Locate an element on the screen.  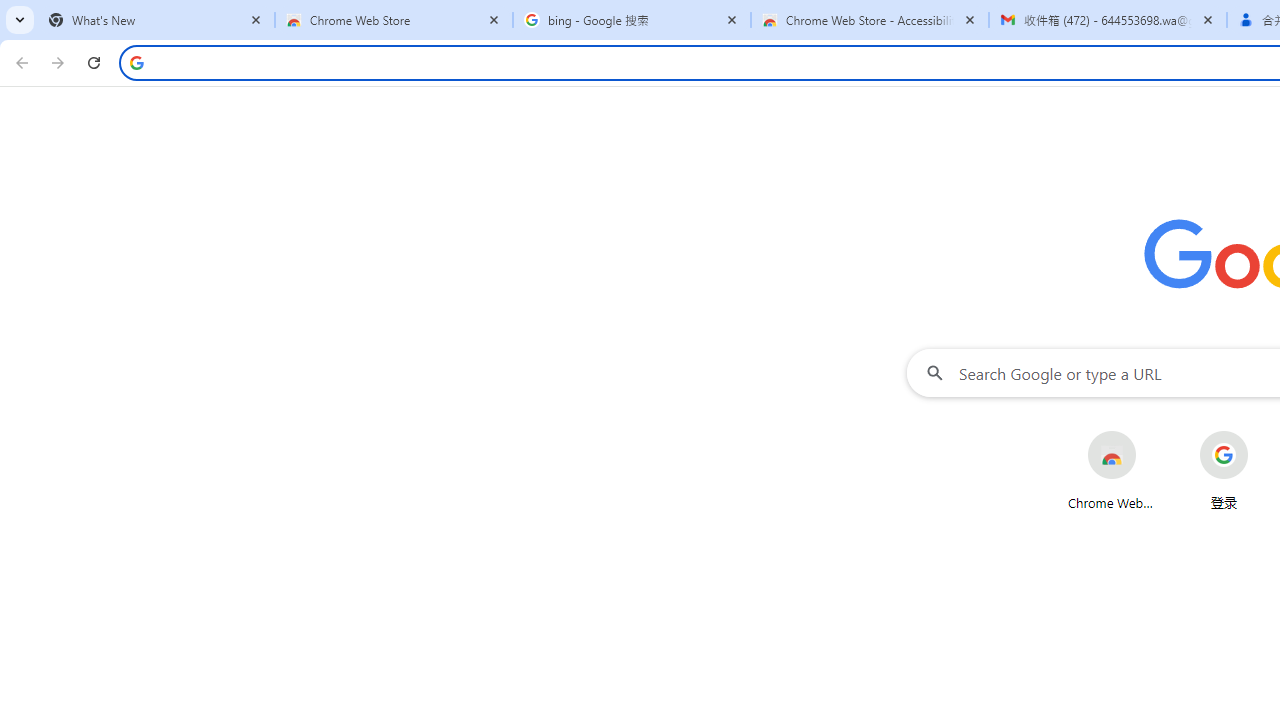
'More actions for Chrome Web Store shortcut' is located at coordinates (1152, 432).